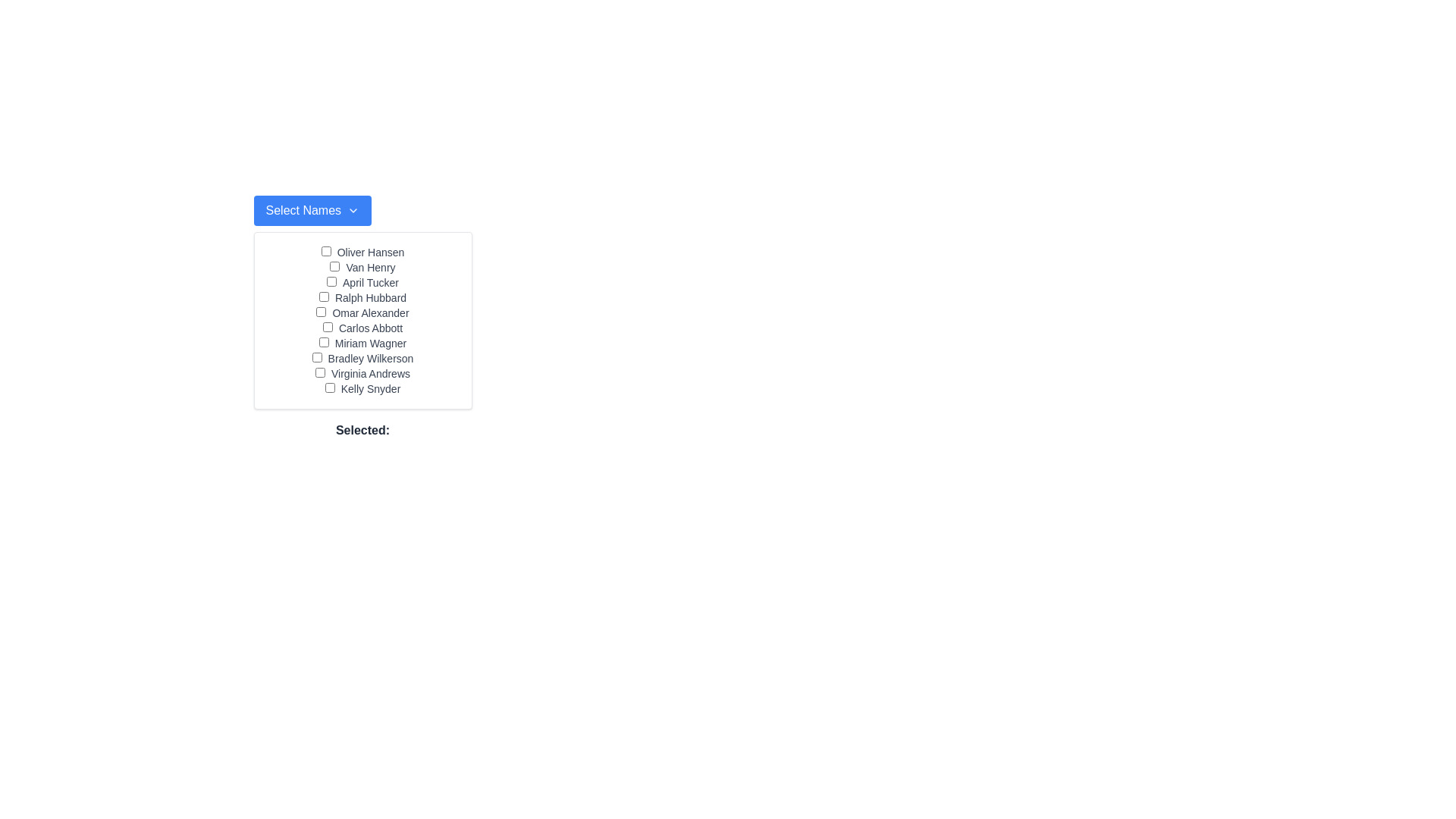 The width and height of the screenshot is (1456, 819). I want to click on the checkbox labeled 'Virginia Andrews' to focus or highlight it, so click(319, 372).